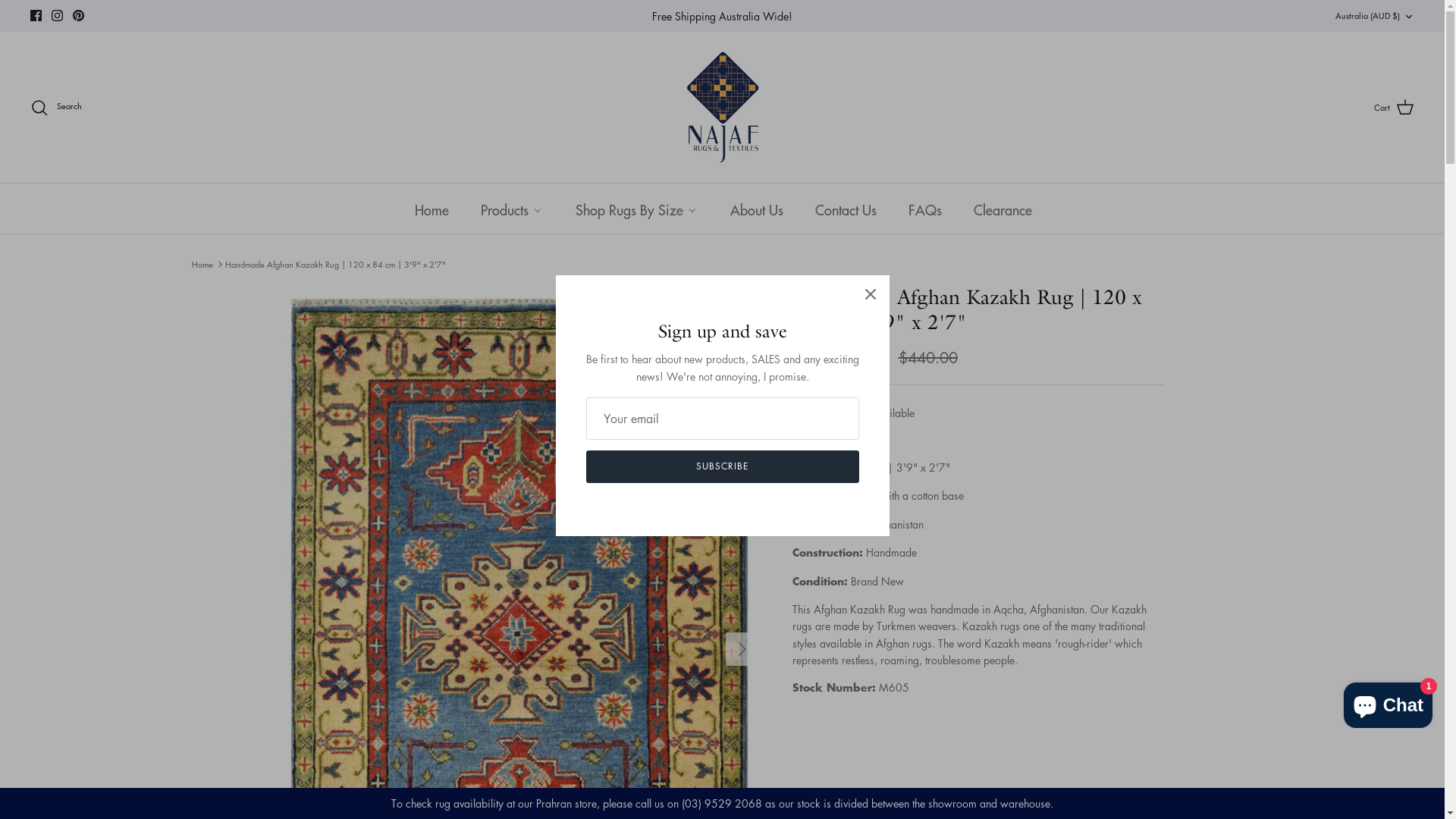  What do you see at coordinates (200, 263) in the screenshot?
I see `'Home'` at bounding box center [200, 263].